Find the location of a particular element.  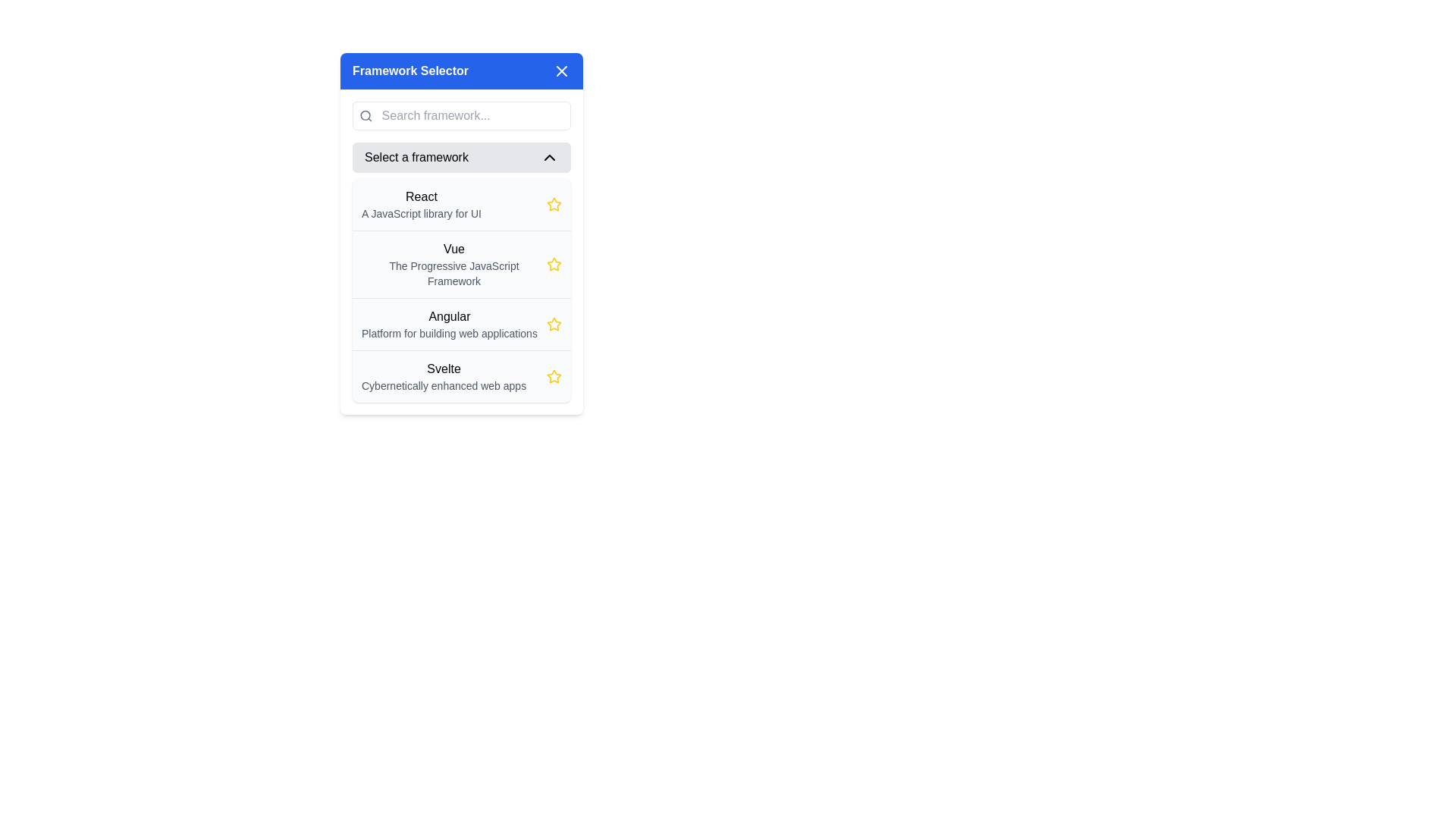

the second list item labeled 'Vue' is located at coordinates (461, 262).